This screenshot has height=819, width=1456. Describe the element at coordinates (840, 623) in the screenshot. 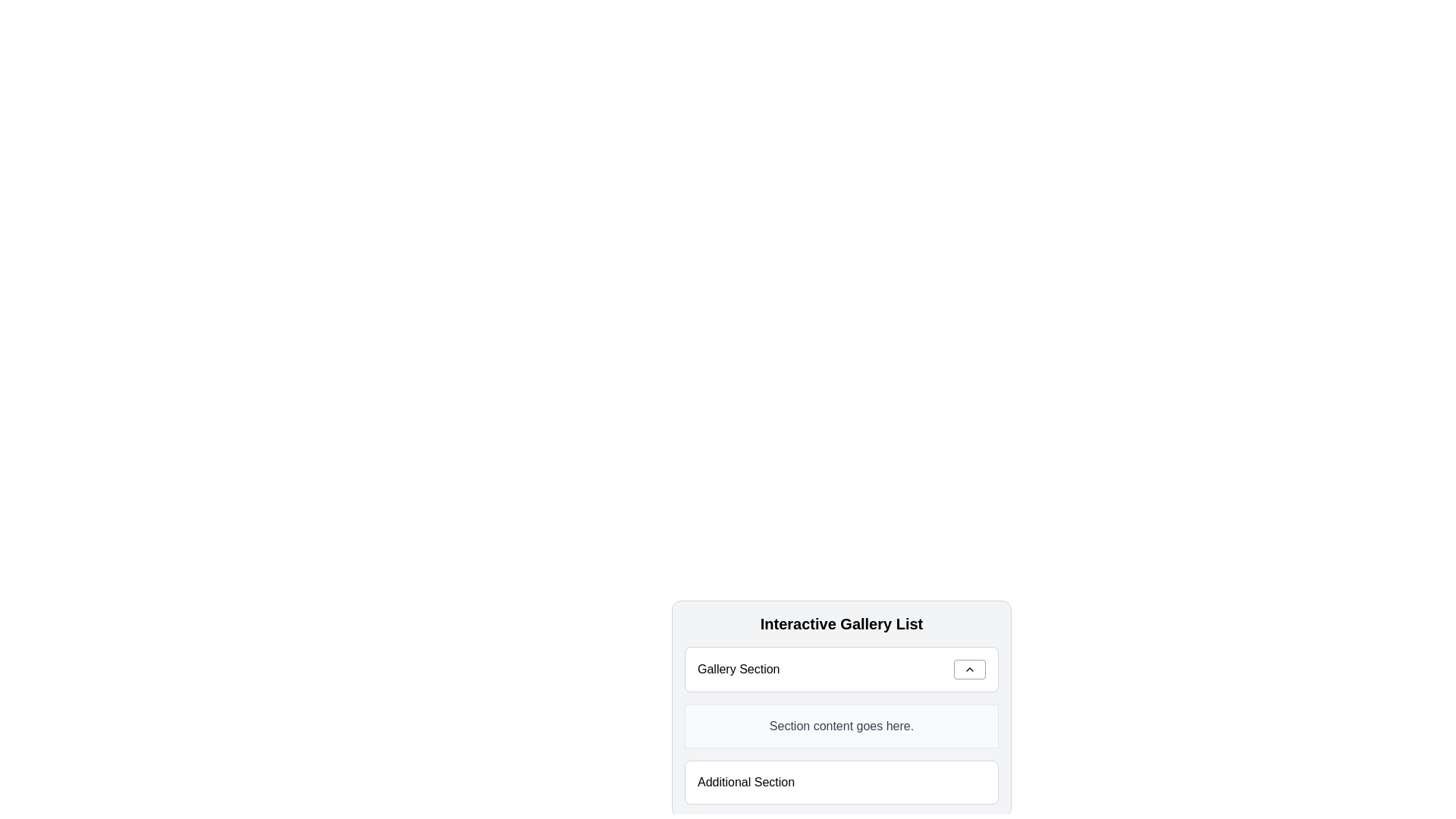

I see `the text label that reads 'Interactive Gallery List'` at that location.